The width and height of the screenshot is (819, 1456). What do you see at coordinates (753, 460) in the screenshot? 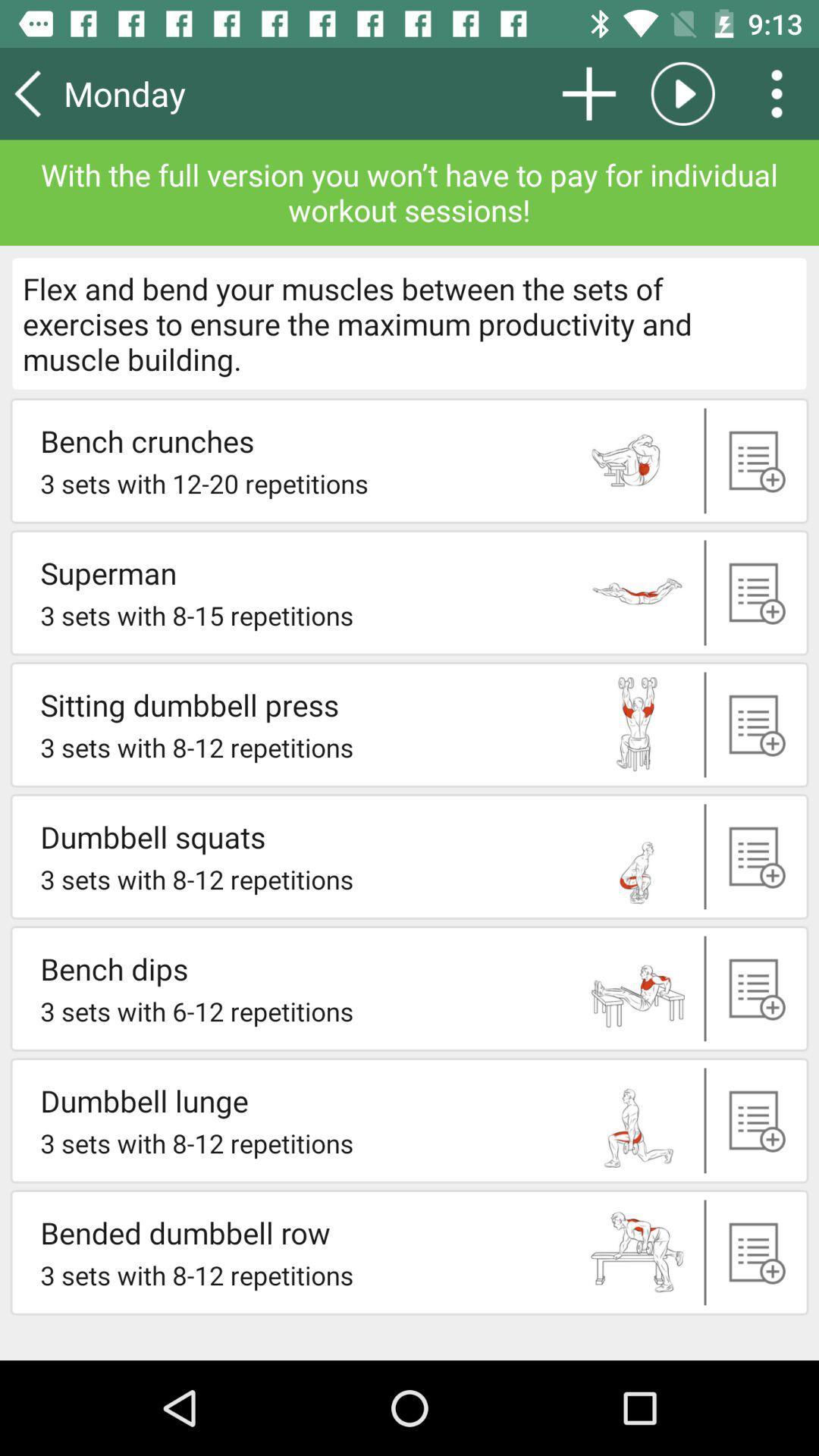
I see `the add icon` at bounding box center [753, 460].